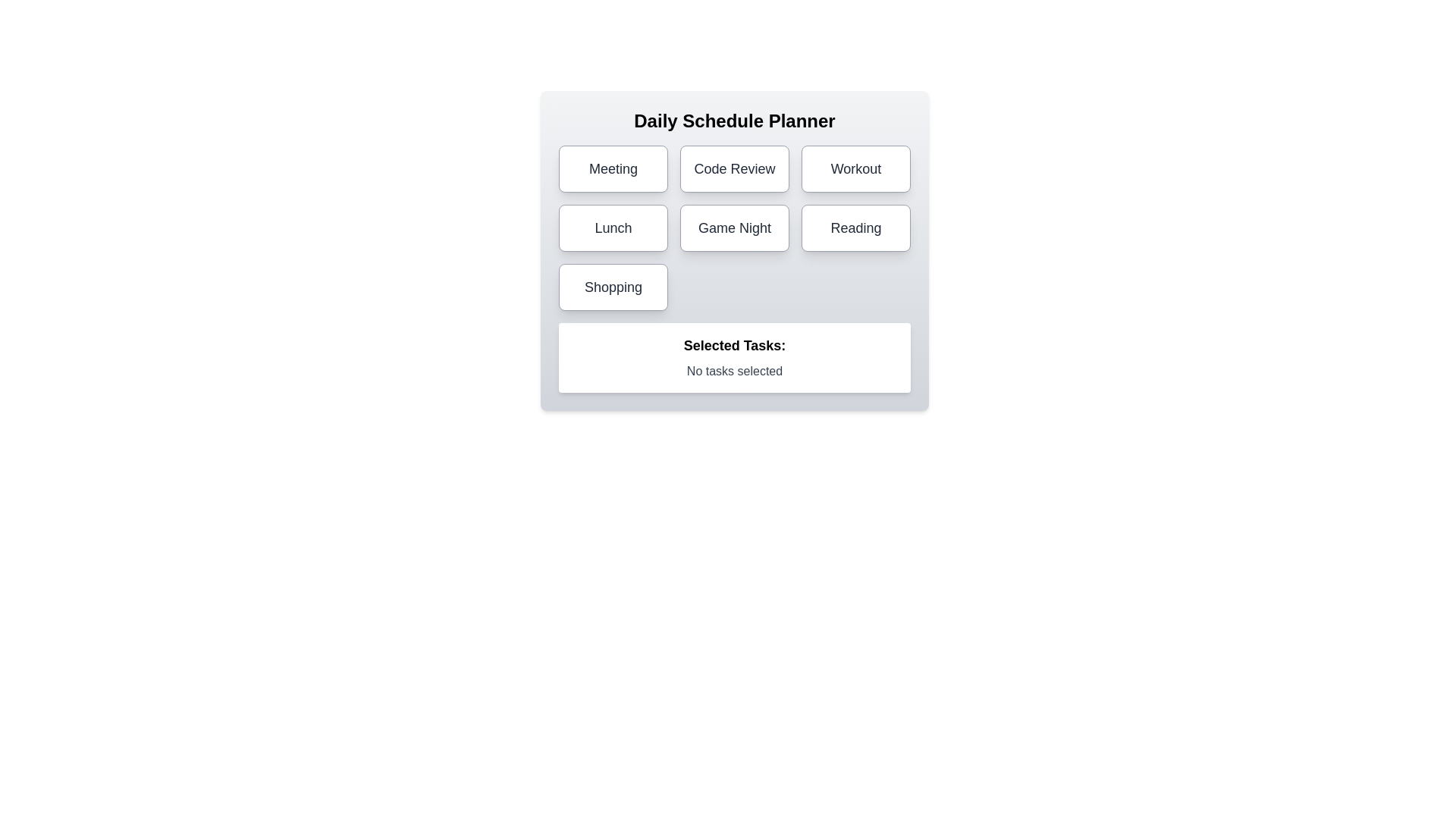 Image resolution: width=1456 pixels, height=819 pixels. What do you see at coordinates (735, 169) in the screenshot?
I see `the button corresponding to Code Review` at bounding box center [735, 169].